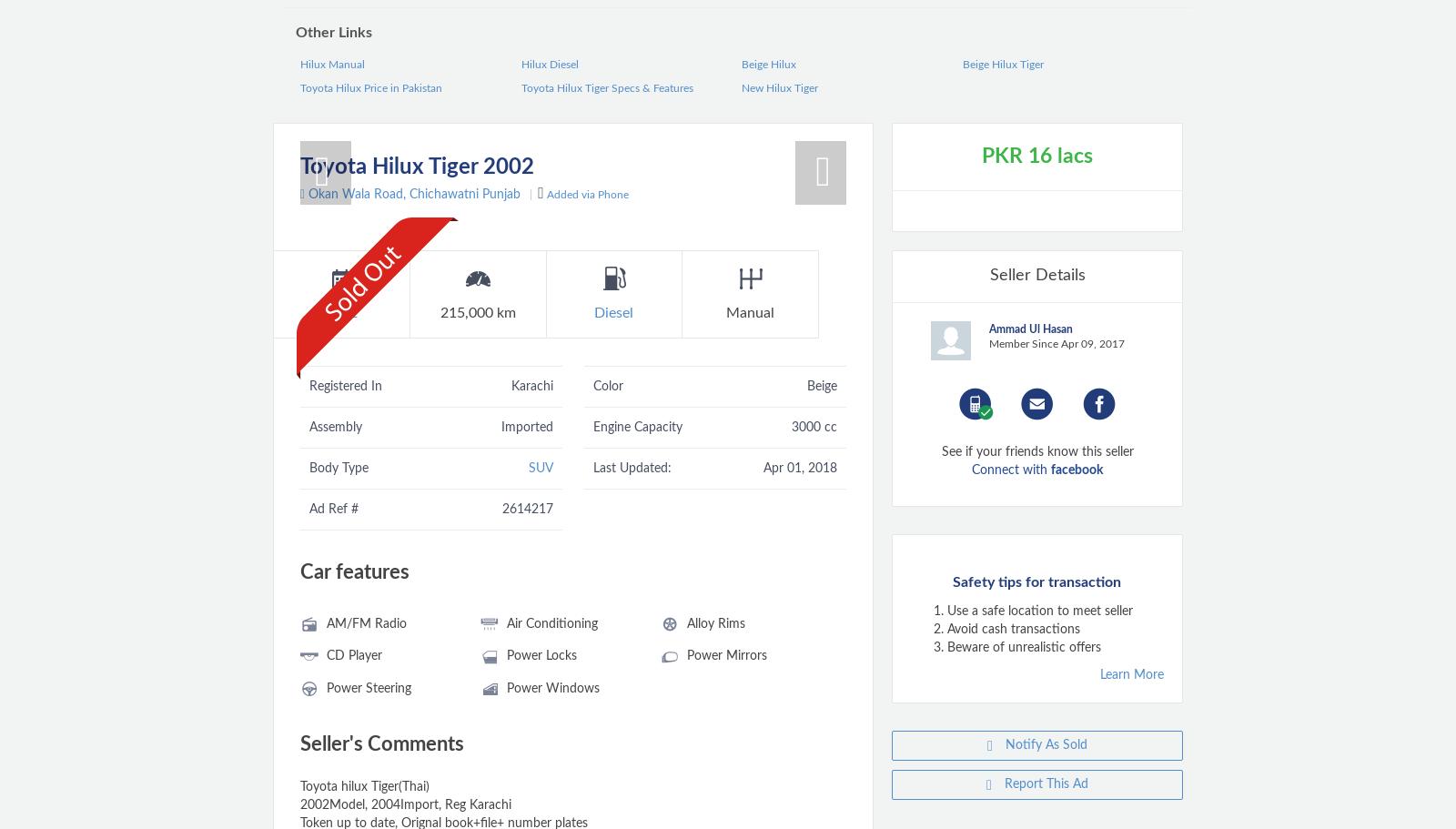 The image size is (1456, 829). What do you see at coordinates (352, 655) in the screenshot?
I see `'CD Player'` at bounding box center [352, 655].